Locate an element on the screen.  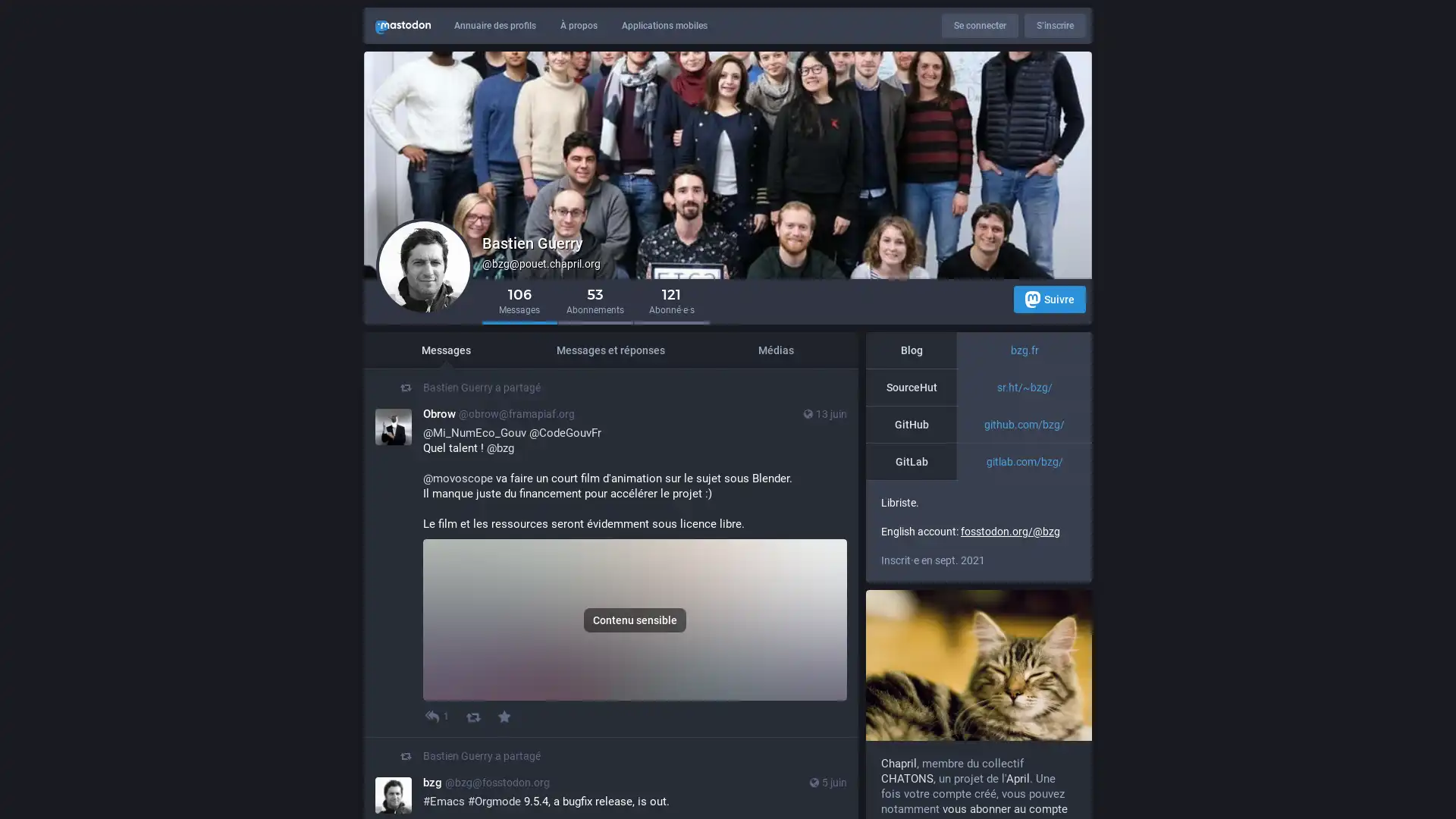
Contenu sensible is located at coordinates (635, 657).